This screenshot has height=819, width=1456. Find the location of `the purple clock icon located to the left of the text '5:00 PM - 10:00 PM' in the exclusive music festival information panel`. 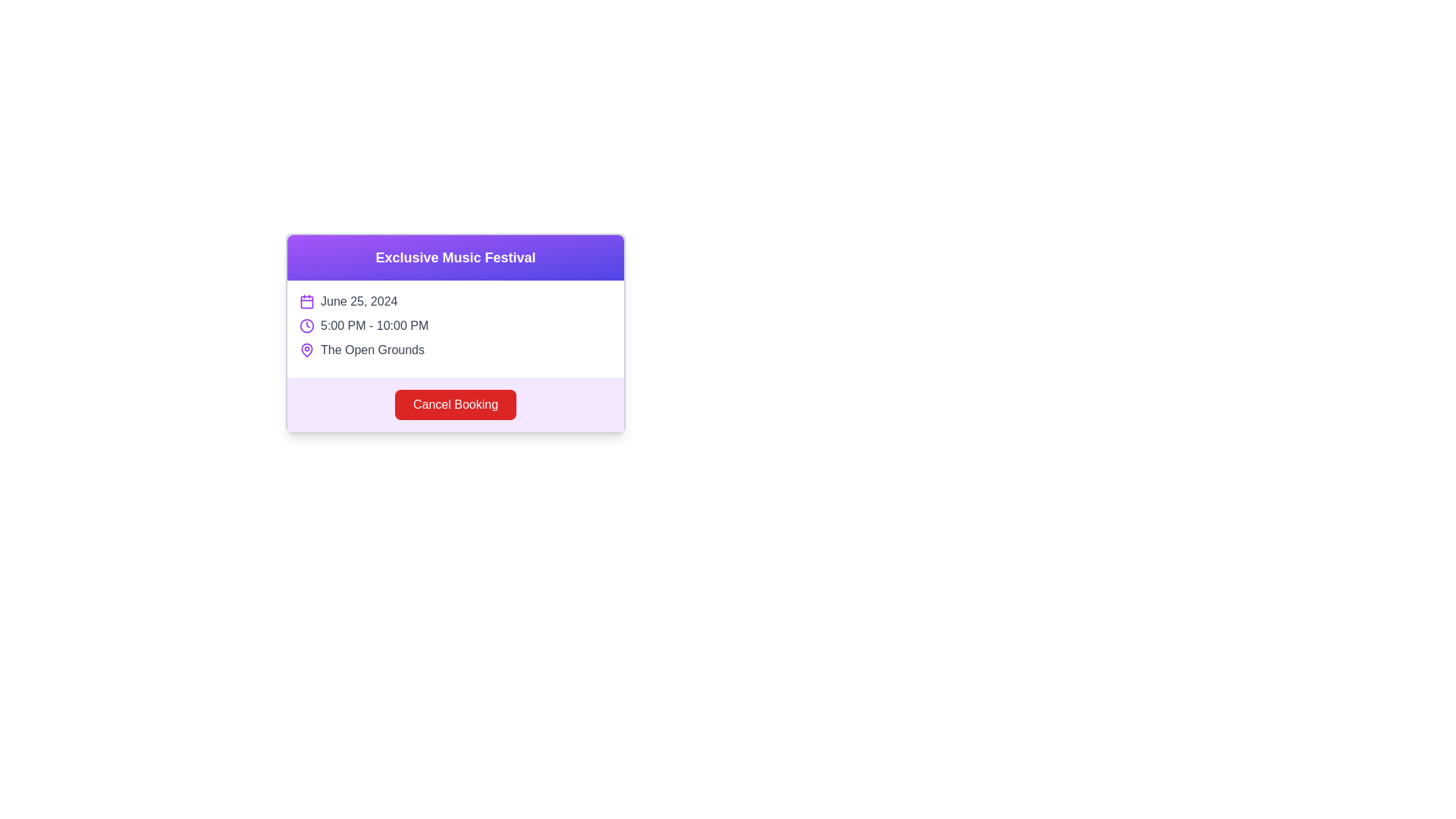

the purple clock icon located to the left of the text '5:00 PM - 10:00 PM' in the exclusive music festival information panel is located at coordinates (306, 325).